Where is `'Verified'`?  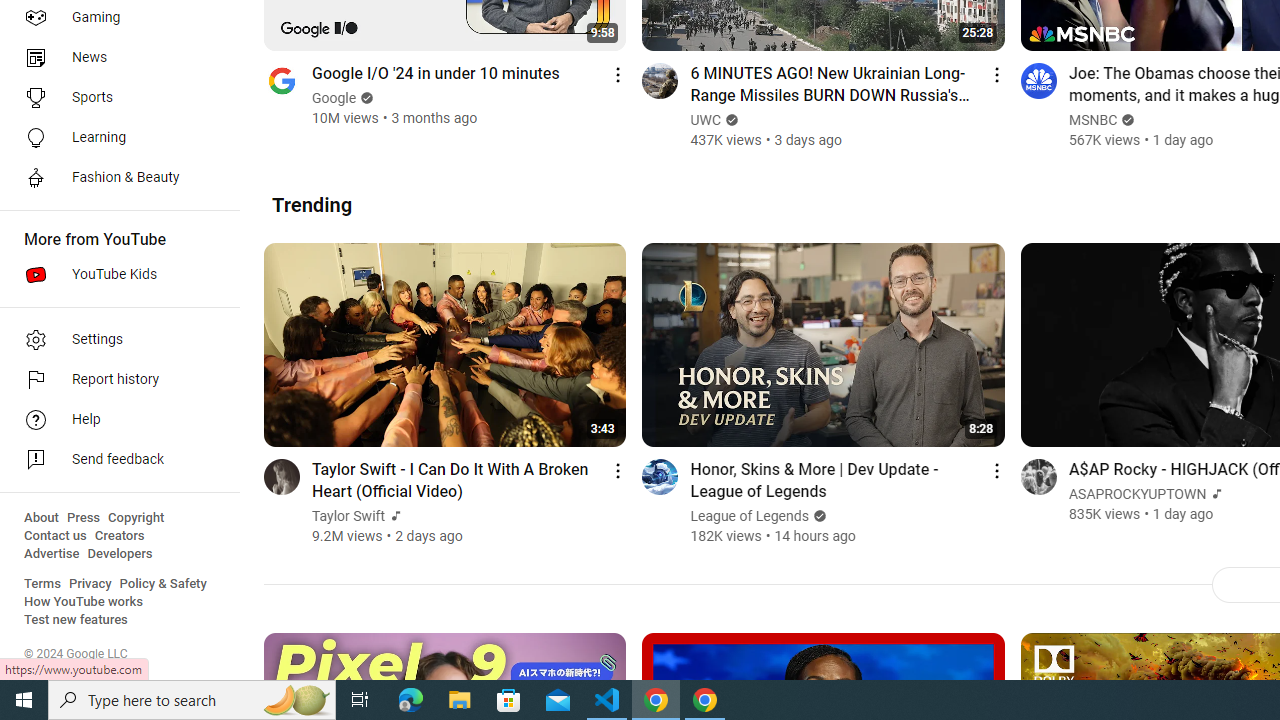 'Verified' is located at coordinates (817, 515).